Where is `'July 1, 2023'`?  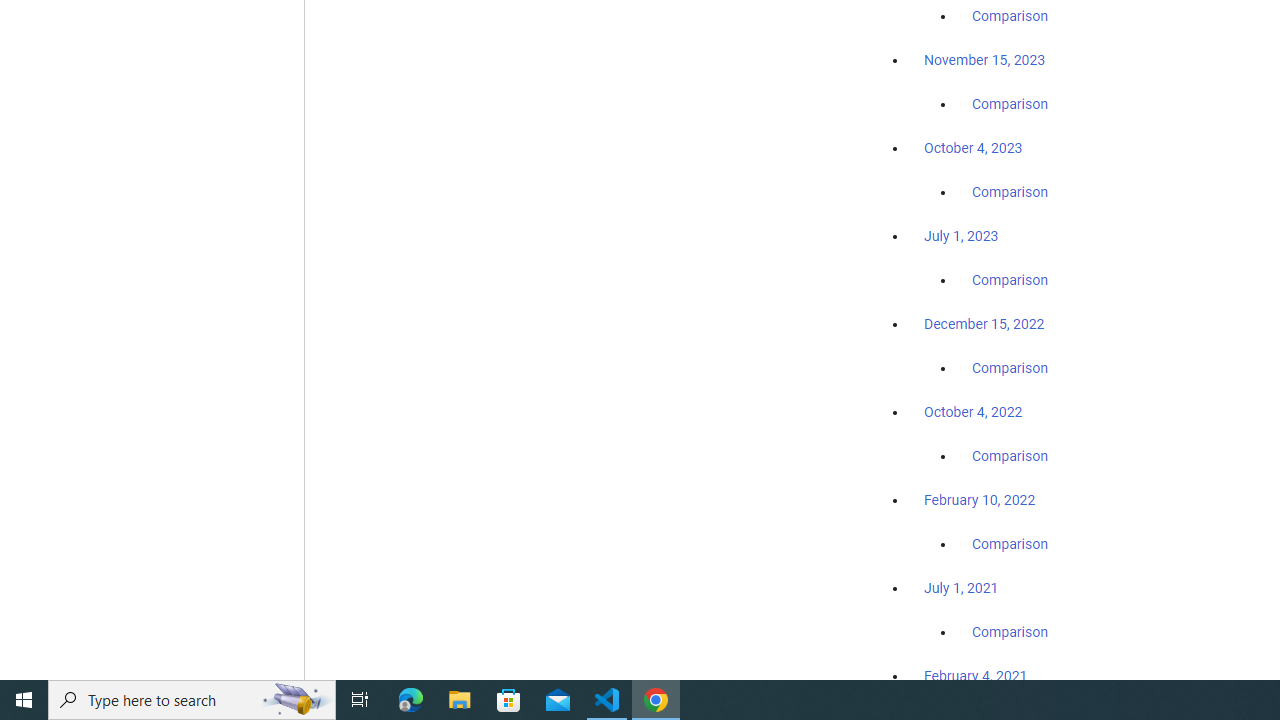
'July 1, 2023' is located at coordinates (961, 235).